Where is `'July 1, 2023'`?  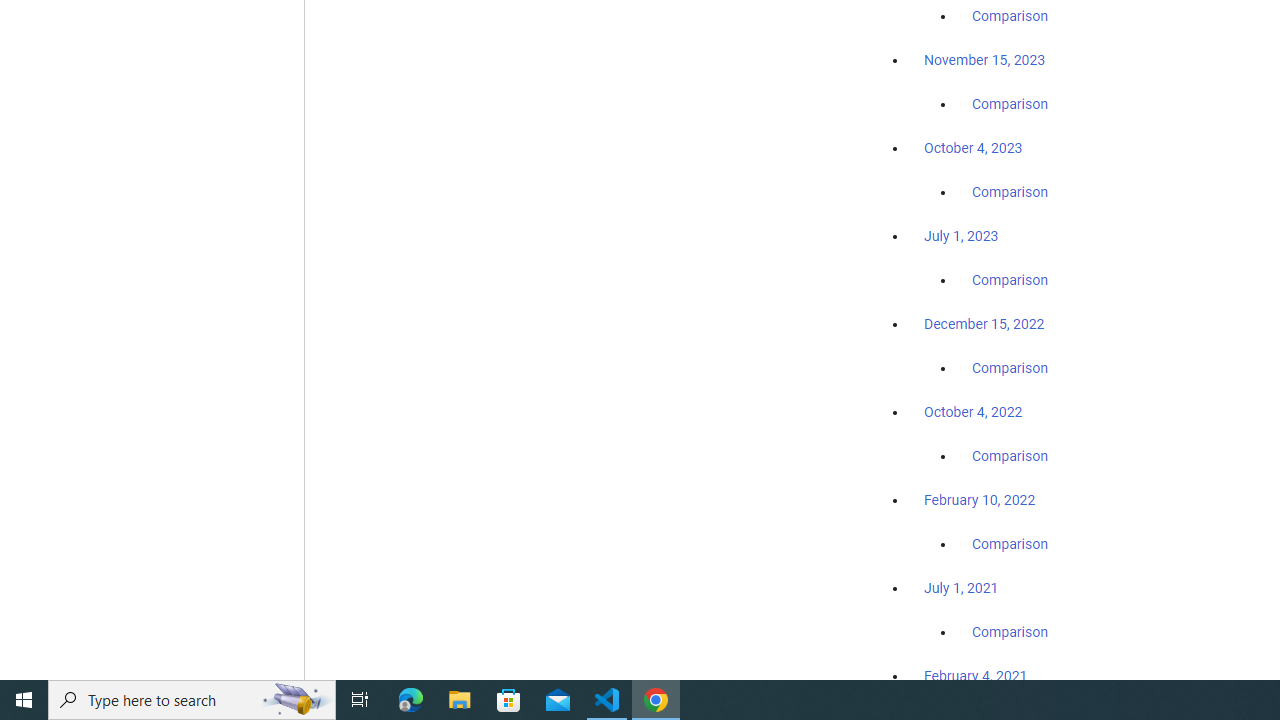
'July 1, 2023' is located at coordinates (961, 235).